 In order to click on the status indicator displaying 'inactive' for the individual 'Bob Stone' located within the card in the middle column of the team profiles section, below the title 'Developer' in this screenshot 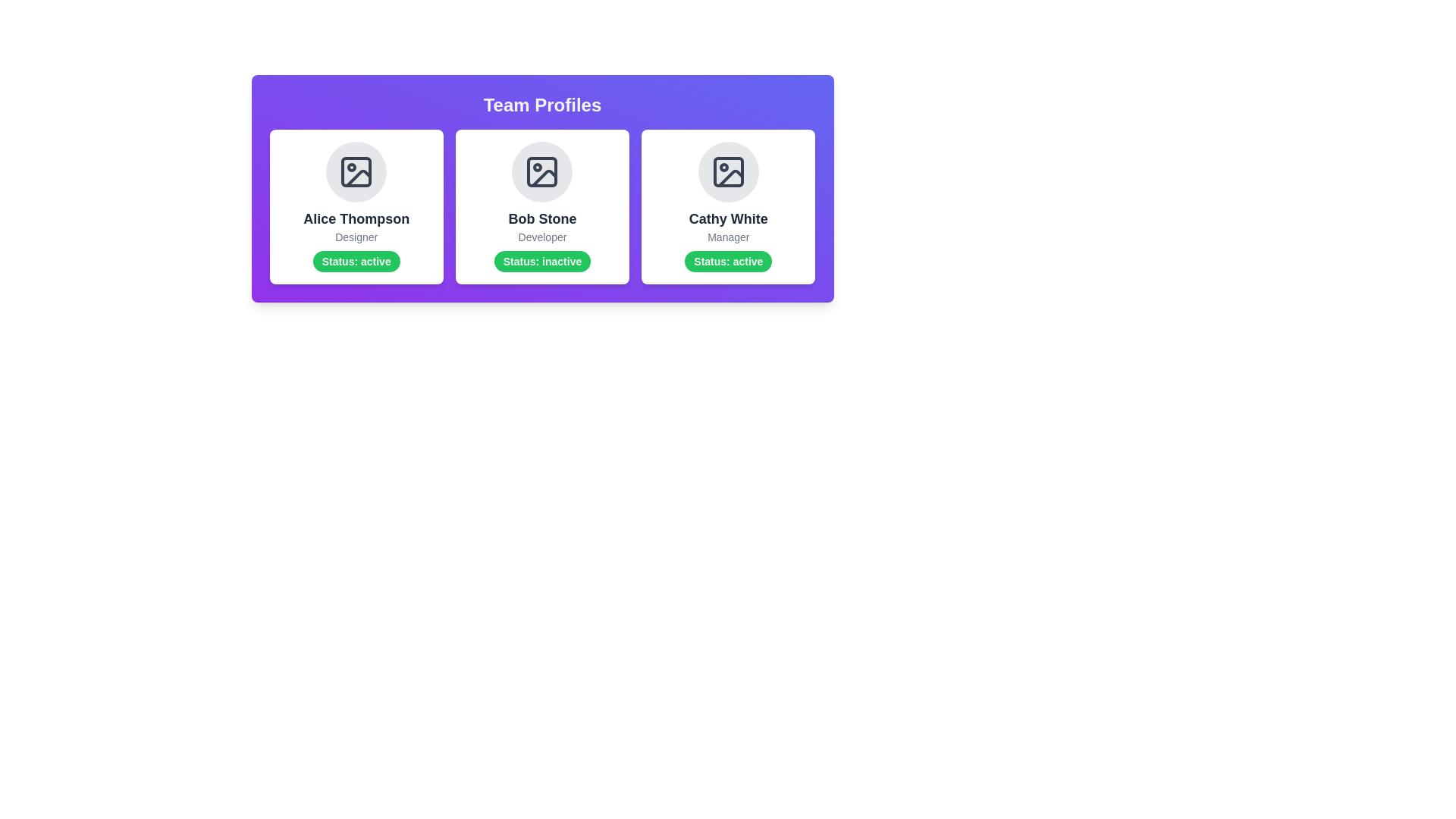, I will do `click(542, 260)`.